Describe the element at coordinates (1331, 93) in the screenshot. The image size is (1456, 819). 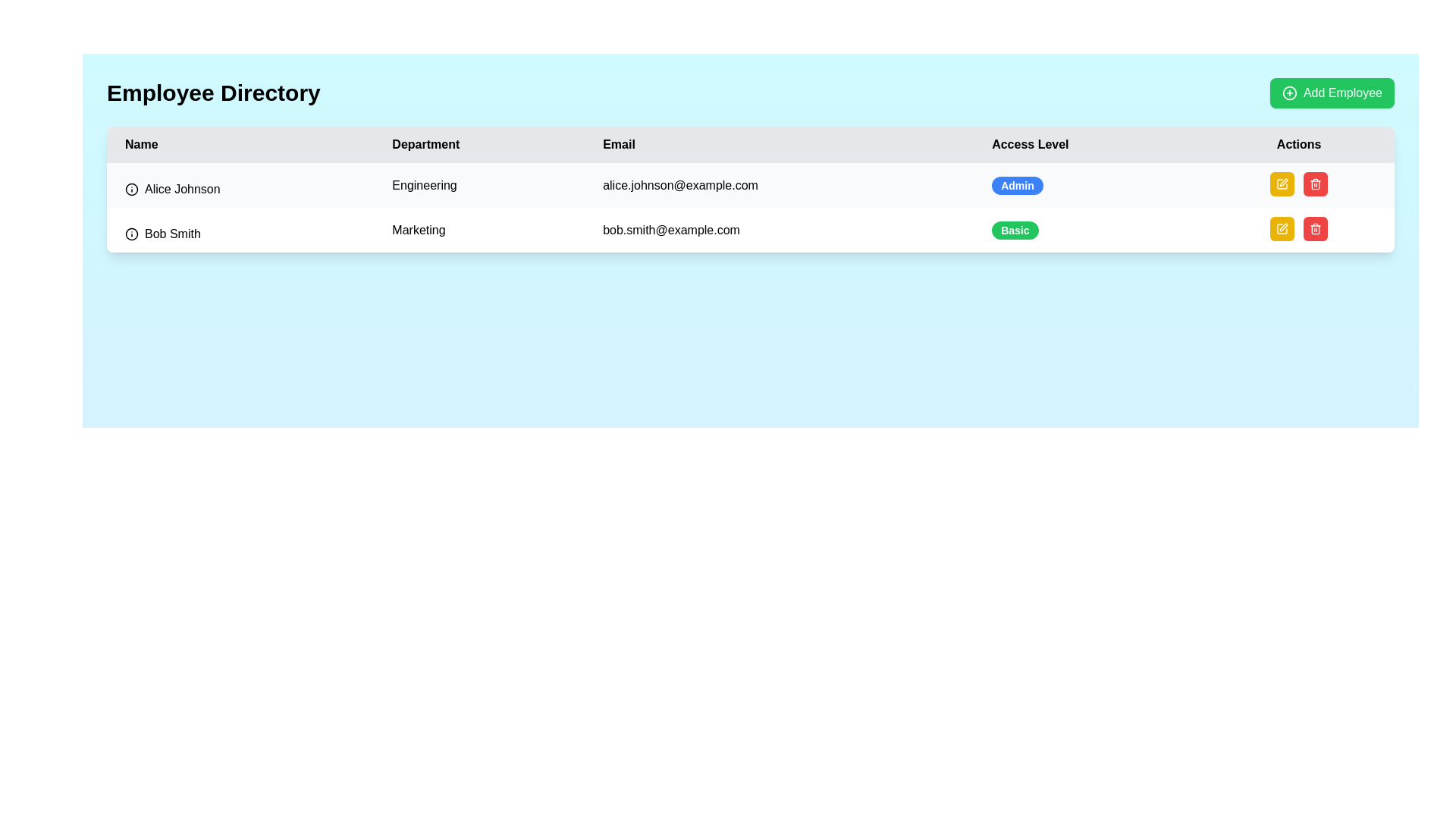
I see `the 'Add Employee' button, which is a green button with rounded corners and white text, located at the top-right corner of the interface adjacent to the 'Employee Directory' label` at that location.